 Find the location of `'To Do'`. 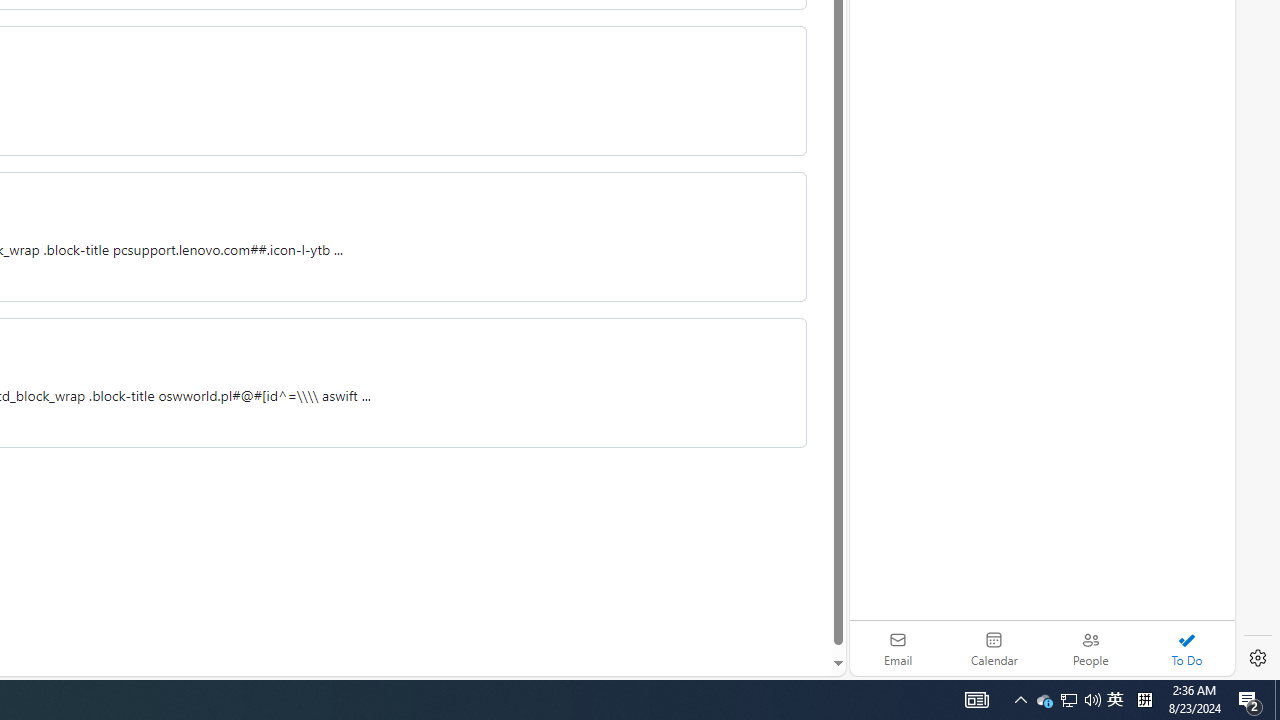

'To Do' is located at coordinates (1186, 648).